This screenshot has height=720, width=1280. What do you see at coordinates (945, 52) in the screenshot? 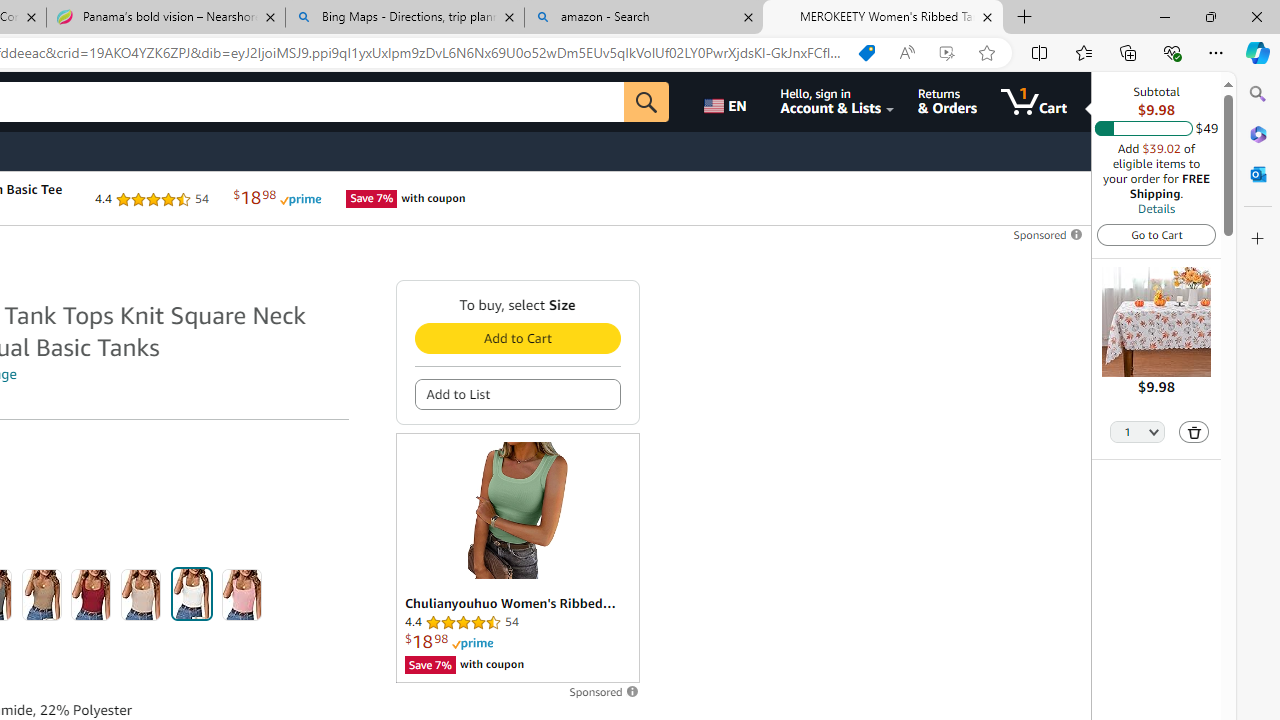
I see `'Enhance video'` at bounding box center [945, 52].